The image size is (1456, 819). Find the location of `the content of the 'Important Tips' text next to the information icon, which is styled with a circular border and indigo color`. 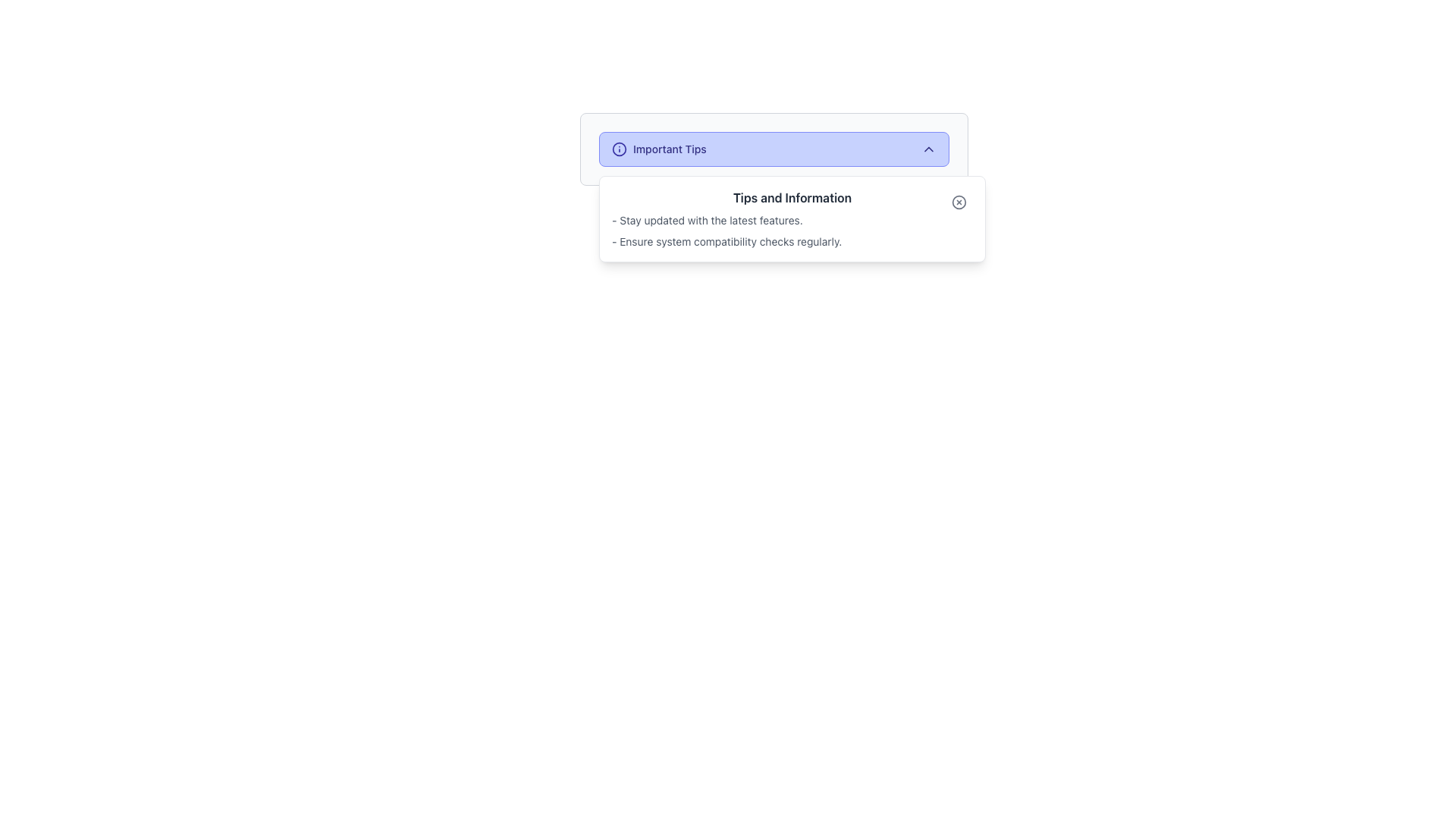

the content of the 'Important Tips' text next to the information icon, which is styled with a circular border and indigo color is located at coordinates (659, 149).